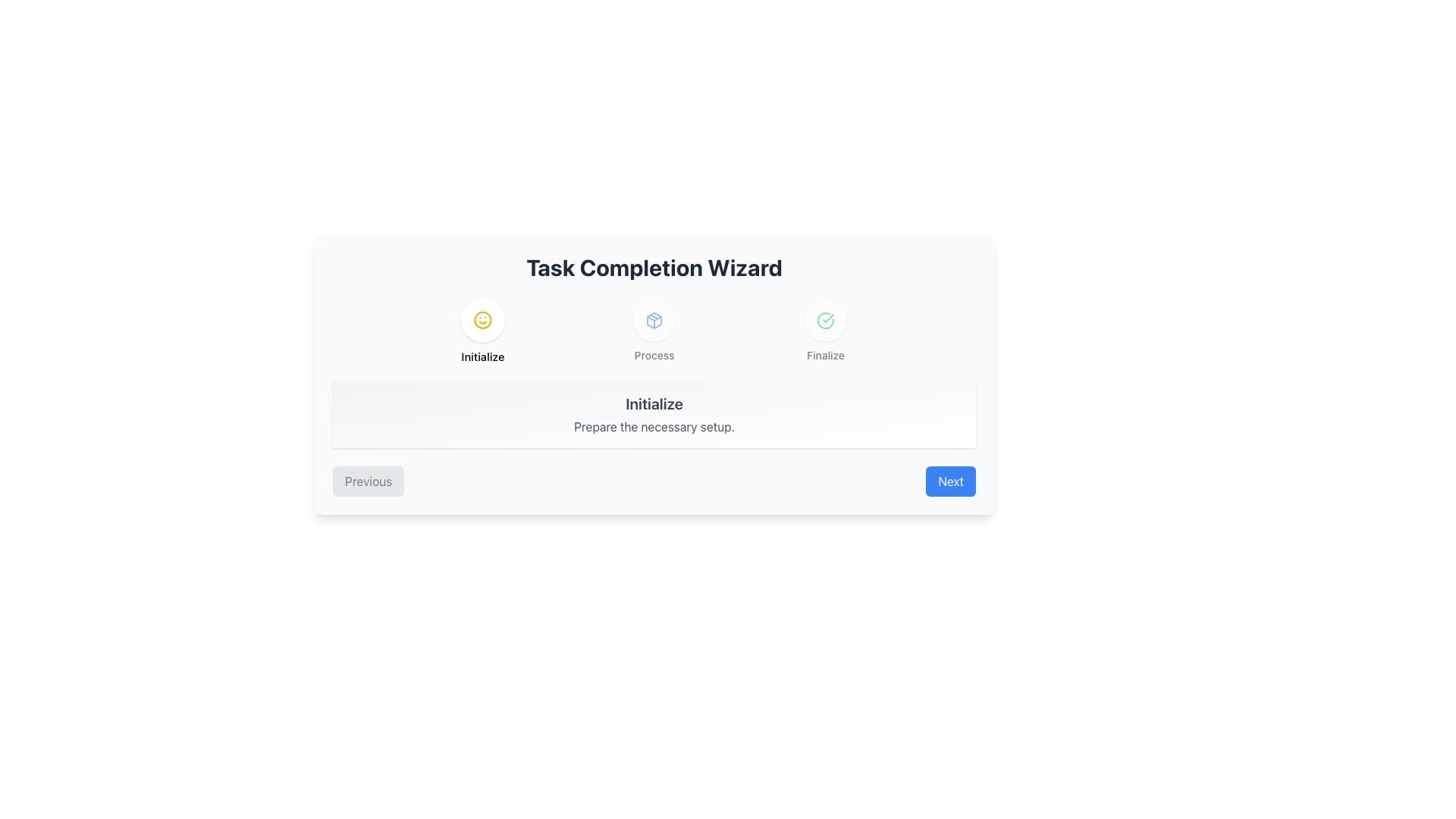 This screenshot has width=1456, height=819. Describe the element at coordinates (654, 330) in the screenshot. I see `the 'Process' step indicator` at that location.